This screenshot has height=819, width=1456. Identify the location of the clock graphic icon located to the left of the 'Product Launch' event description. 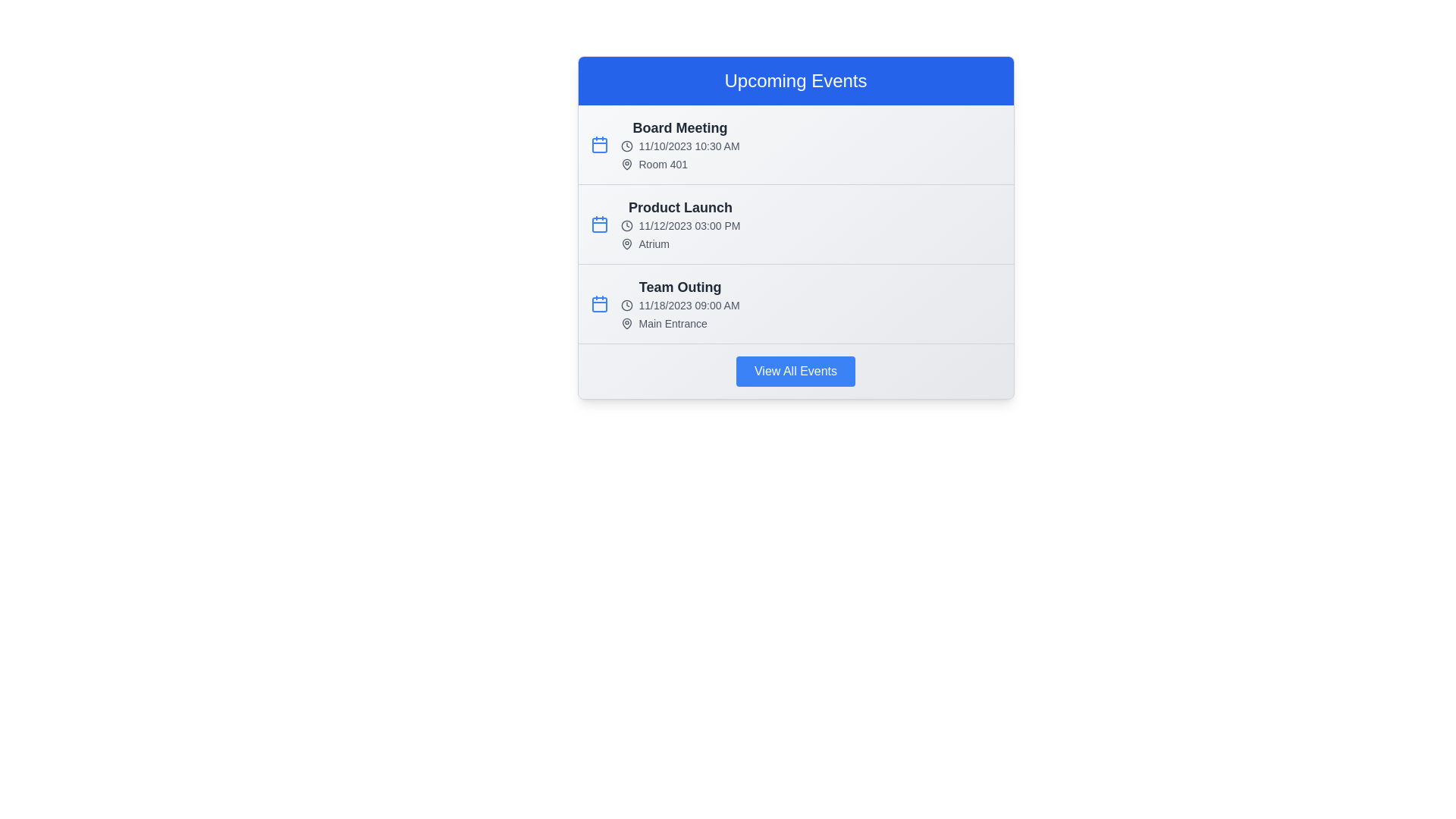
(626, 225).